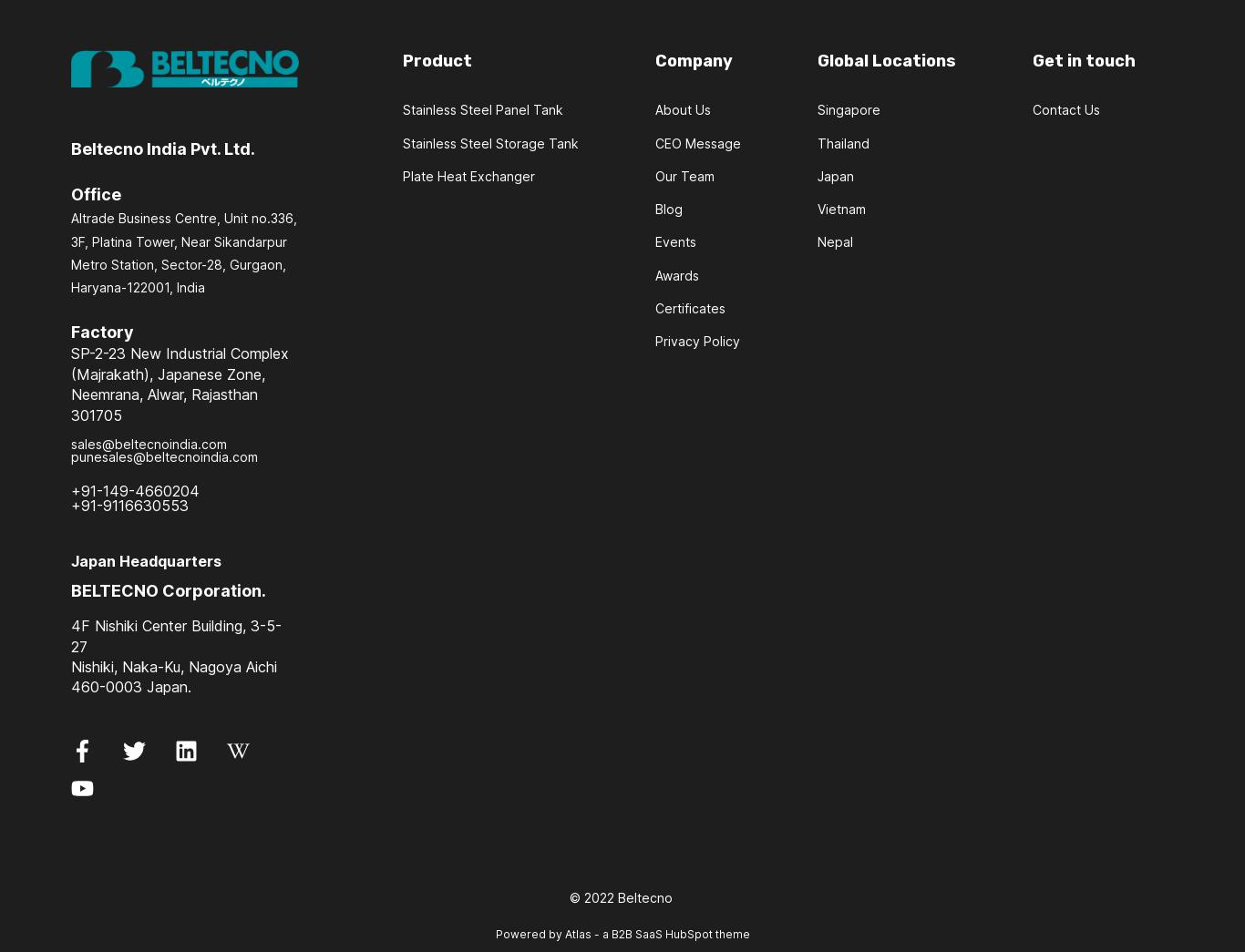  Describe the element at coordinates (437, 60) in the screenshot. I see `'Product'` at that location.